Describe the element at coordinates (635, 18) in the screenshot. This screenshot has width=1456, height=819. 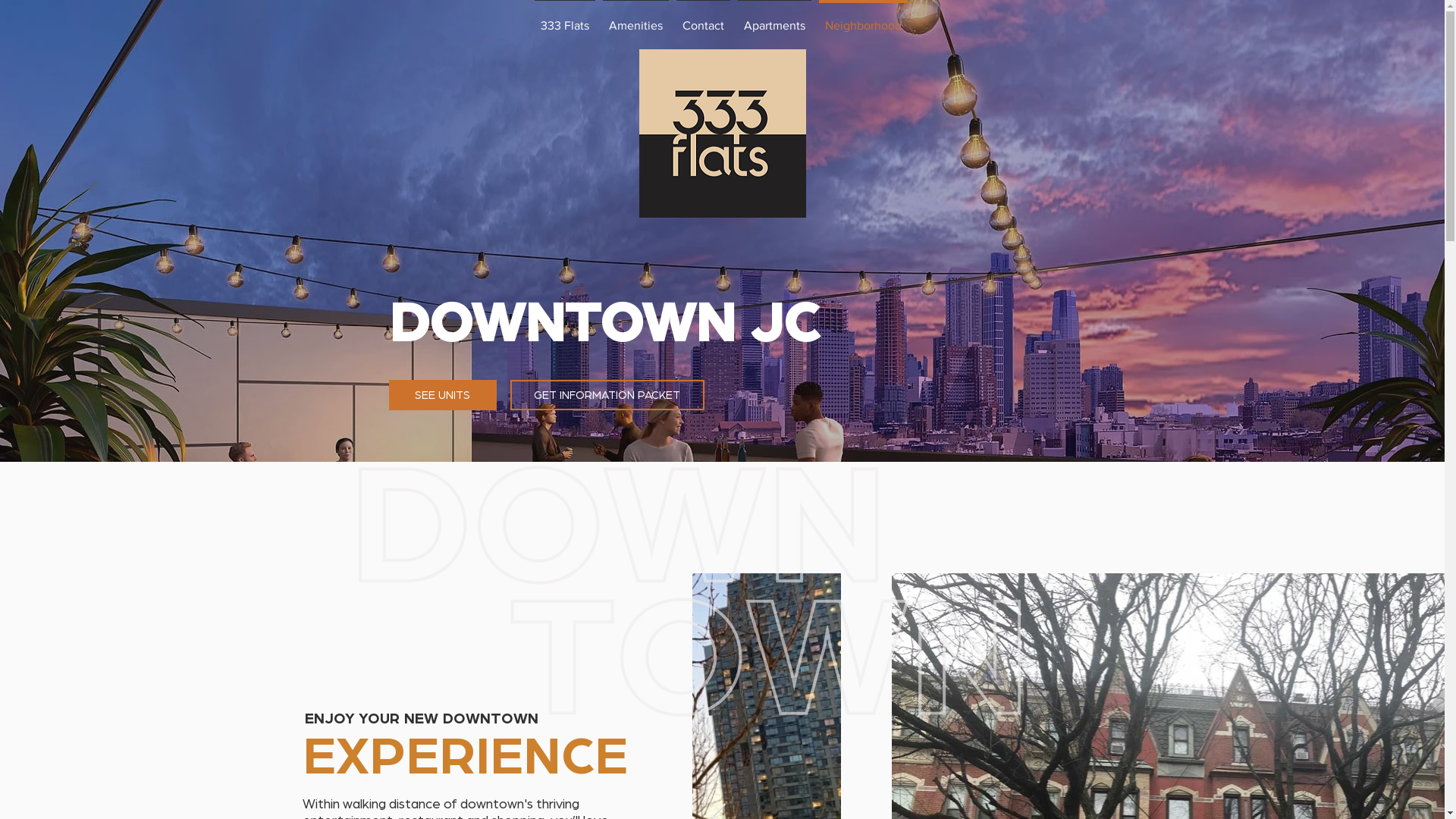
I see `'Amenities'` at that location.